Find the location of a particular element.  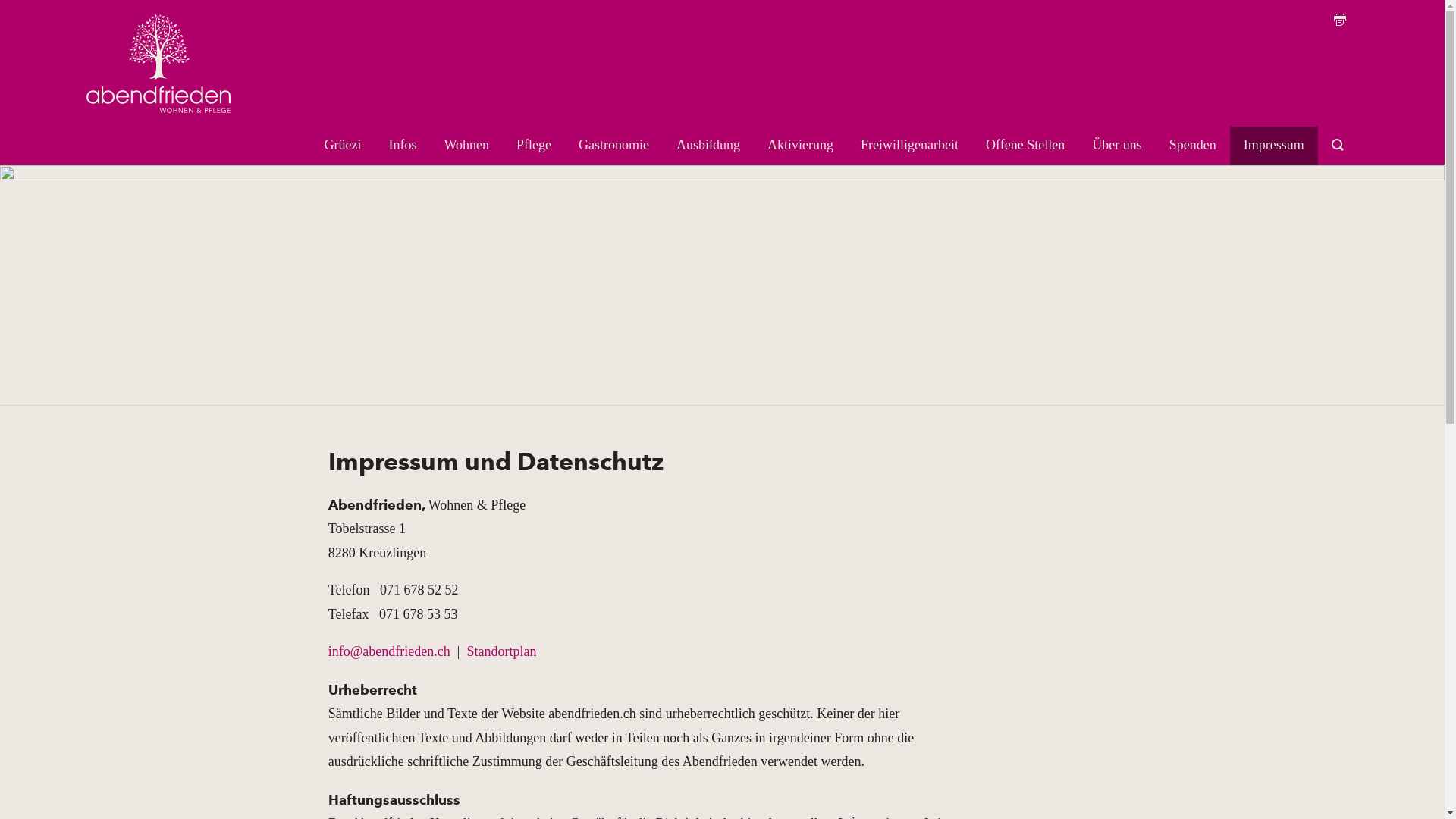

'Gastronomie' is located at coordinates (613, 146).